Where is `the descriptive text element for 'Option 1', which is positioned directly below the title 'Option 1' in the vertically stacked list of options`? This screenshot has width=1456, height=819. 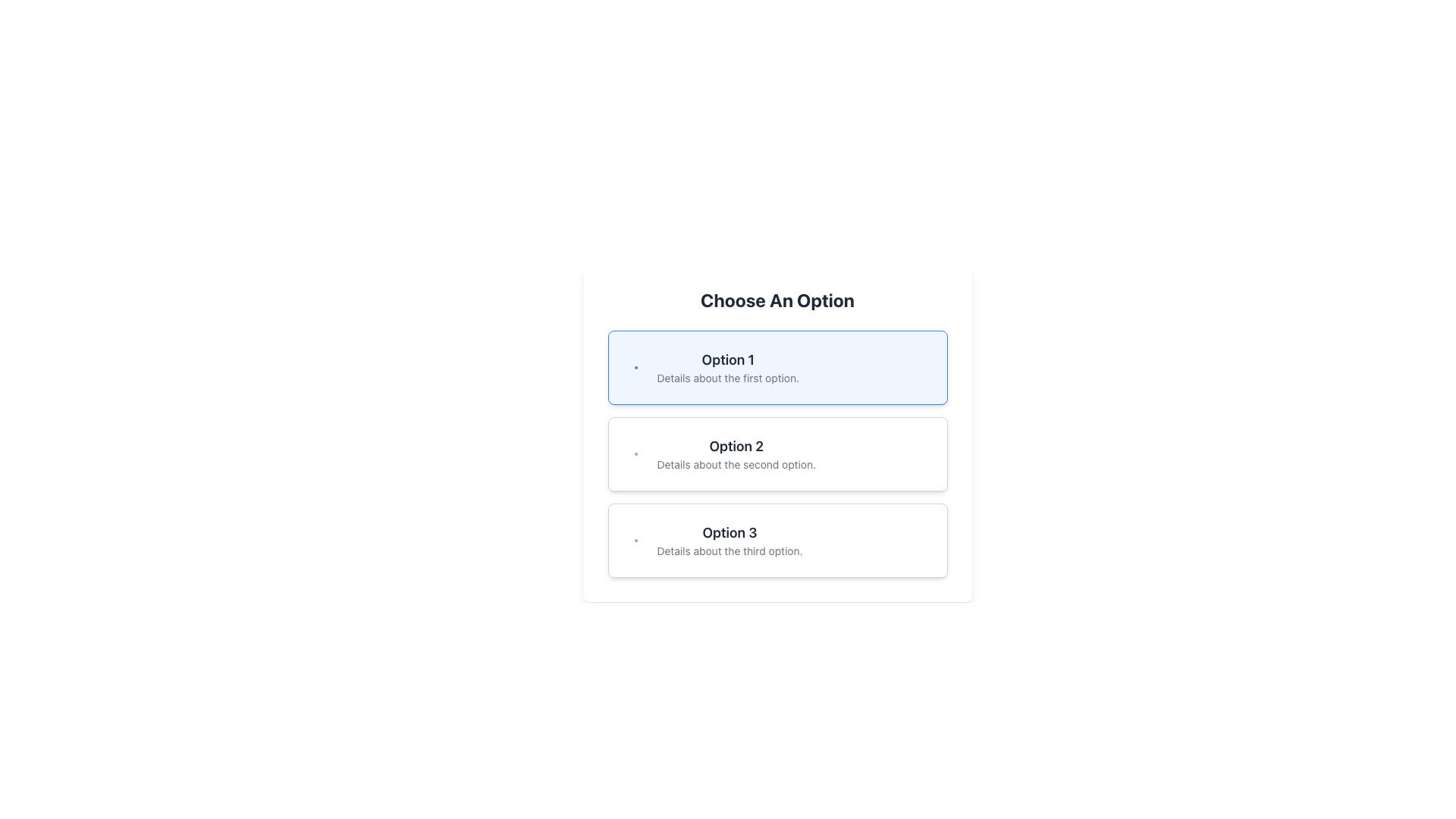
the descriptive text element for 'Option 1', which is positioned directly below the title 'Option 1' in the vertically stacked list of options is located at coordinates (728, 377).